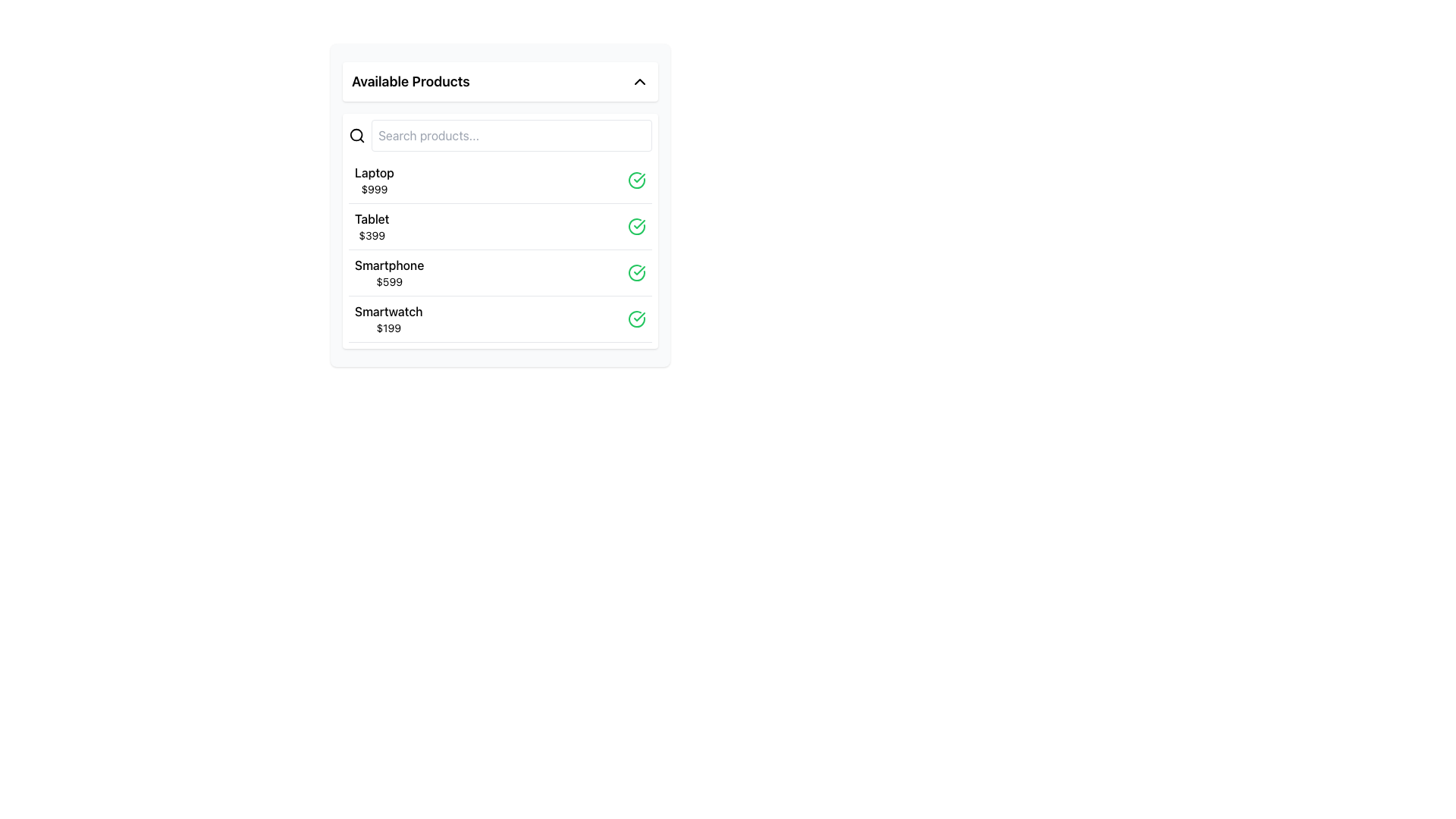 The width and height of the screenshot is (1456, 819). Describe the element at coordinates (356, 134) in the screenshot. I see `the circular iconic decoration representing the search functionality, located near the search box to the left of the input field labeled 'Search products...'` at that location.